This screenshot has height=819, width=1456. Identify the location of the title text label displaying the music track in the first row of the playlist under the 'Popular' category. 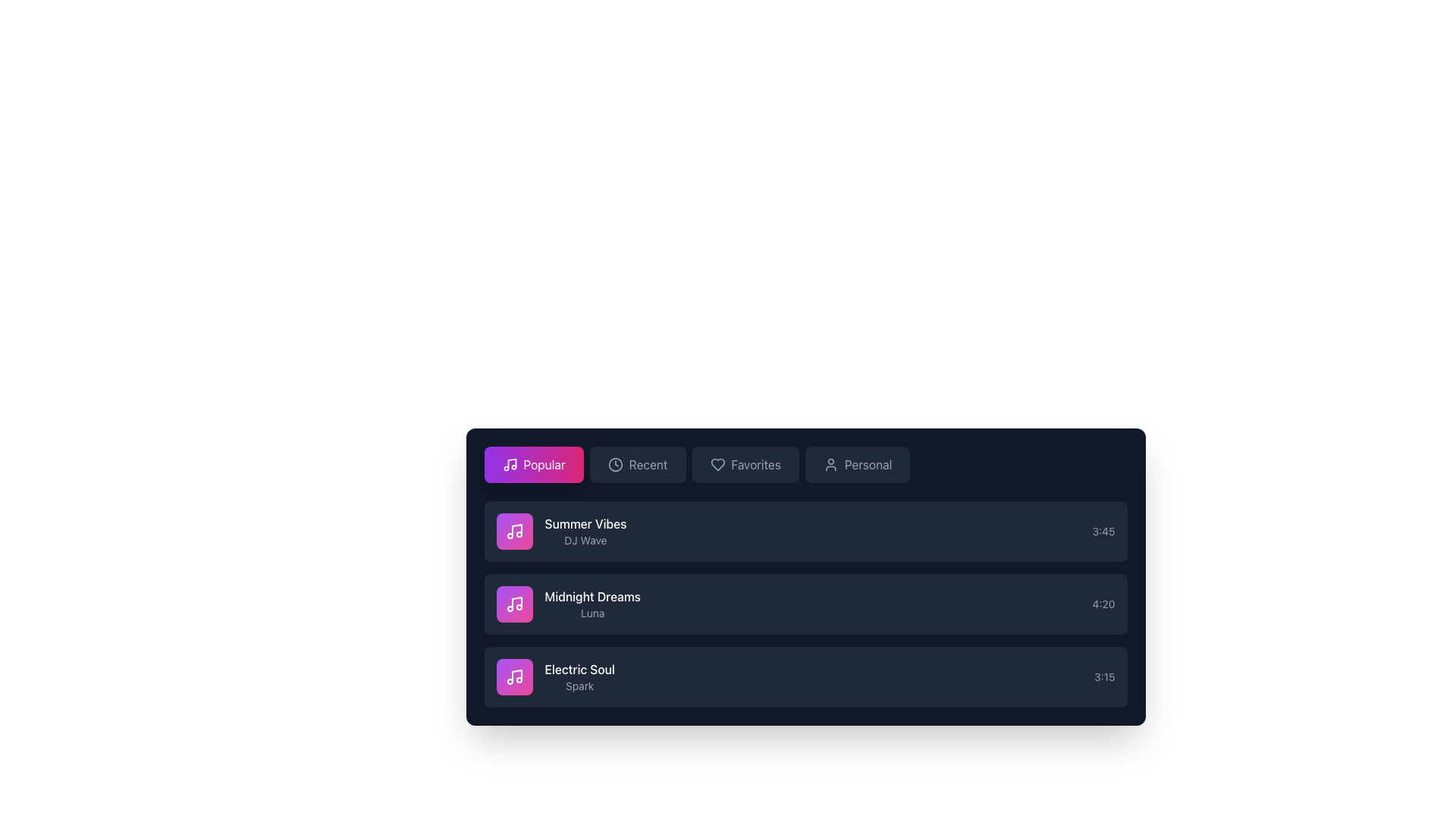
(585, 522).